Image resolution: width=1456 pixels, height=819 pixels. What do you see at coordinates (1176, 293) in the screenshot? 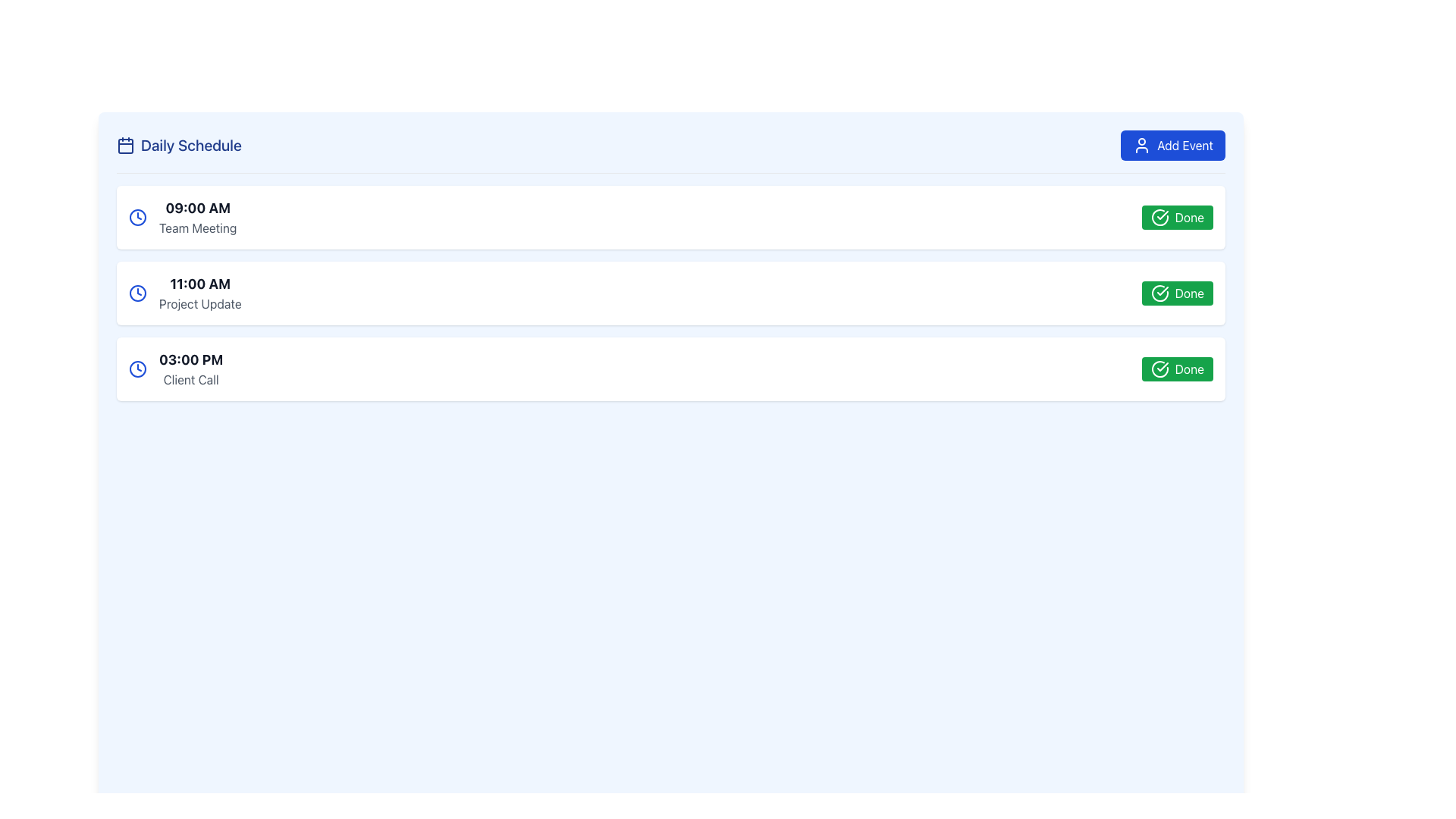
I see `the button that marks the task as completed for the '11:00 AM Project Update' in the Daily Schedule interface` at bounding box center [1176, 293].